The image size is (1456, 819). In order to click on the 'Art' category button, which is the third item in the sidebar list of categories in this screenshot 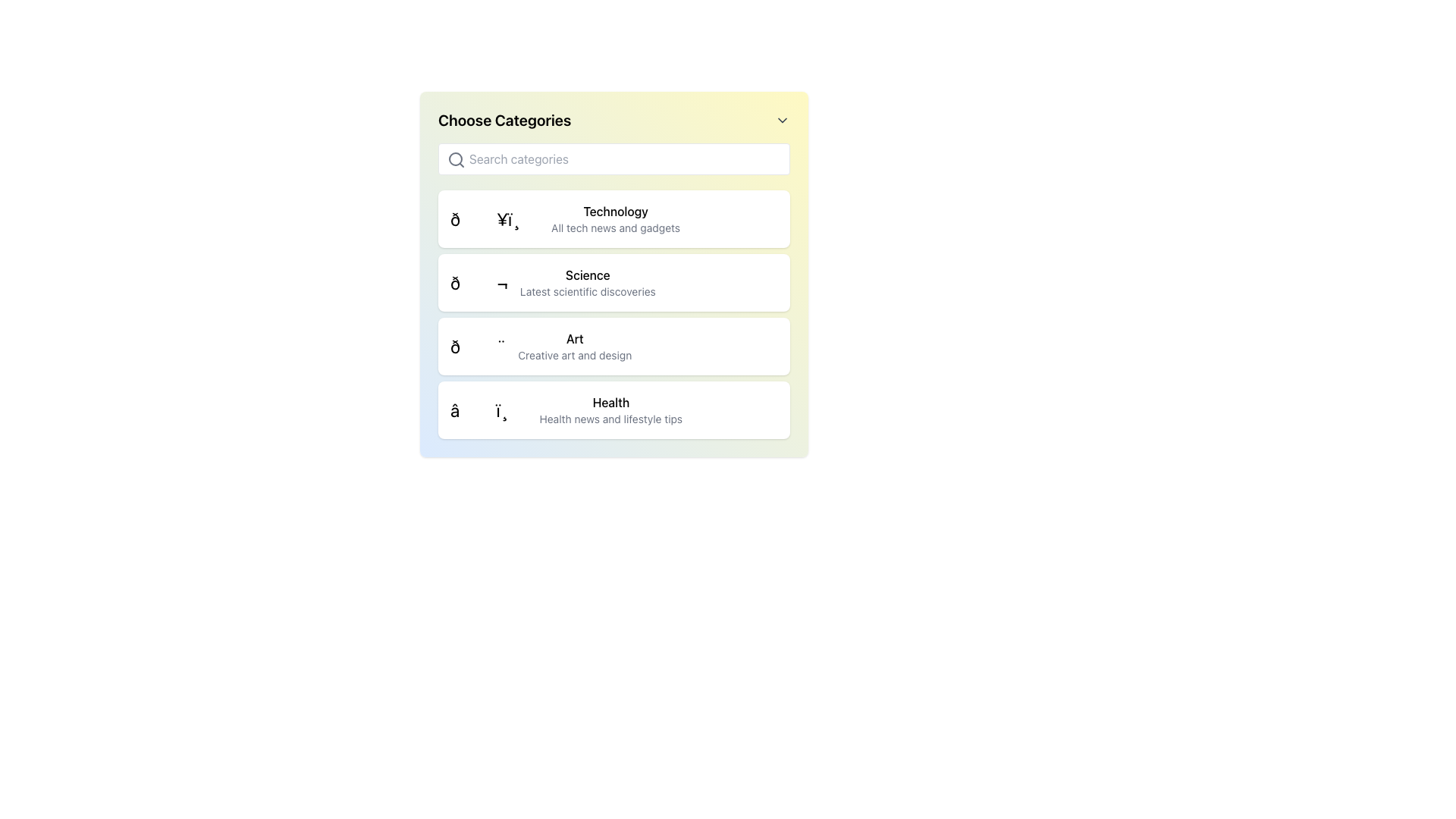, I will do `click(574, 346)`.